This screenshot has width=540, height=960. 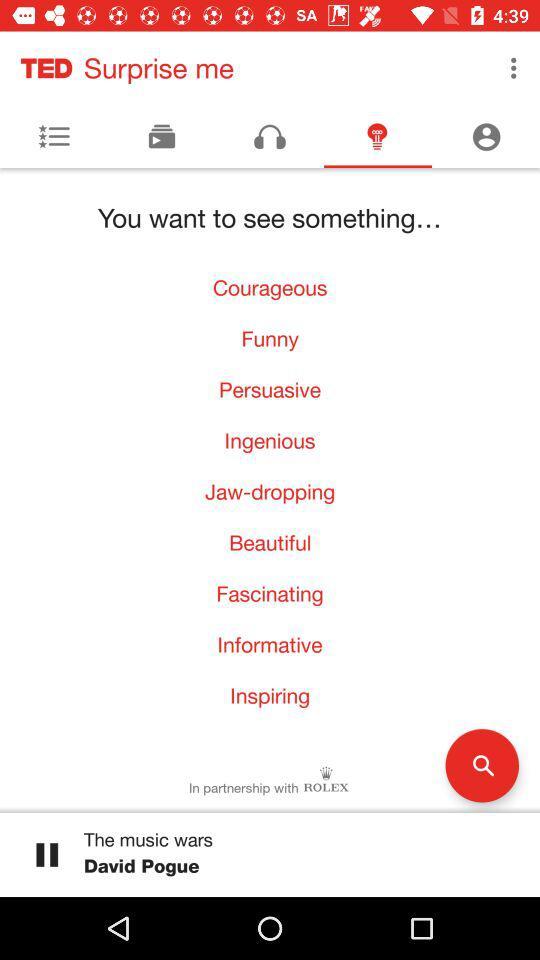 I want to click on inspiring icon, so click(x=270, y=695).